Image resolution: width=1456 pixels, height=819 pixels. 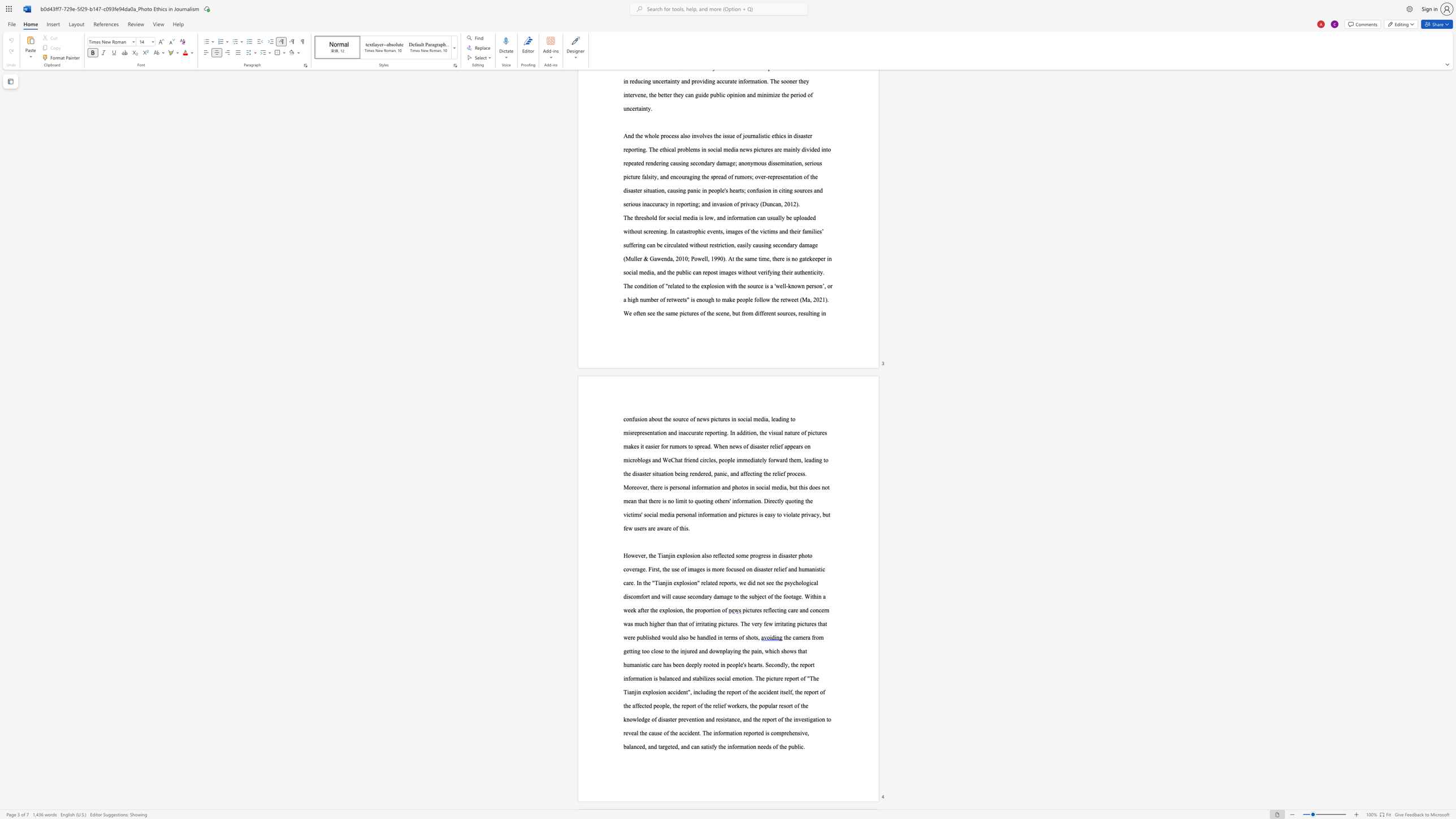 What do you see at coordinates (672, 638) in the screenshot?
I see `the subset text "ld also be handled in terms of sh" within the text "pictures reflecting care and concern was much higher than that of irritating pictures. The very few irritating pictures that were published would also be handled in terms of shots,"` at bounding box center [672, 638].